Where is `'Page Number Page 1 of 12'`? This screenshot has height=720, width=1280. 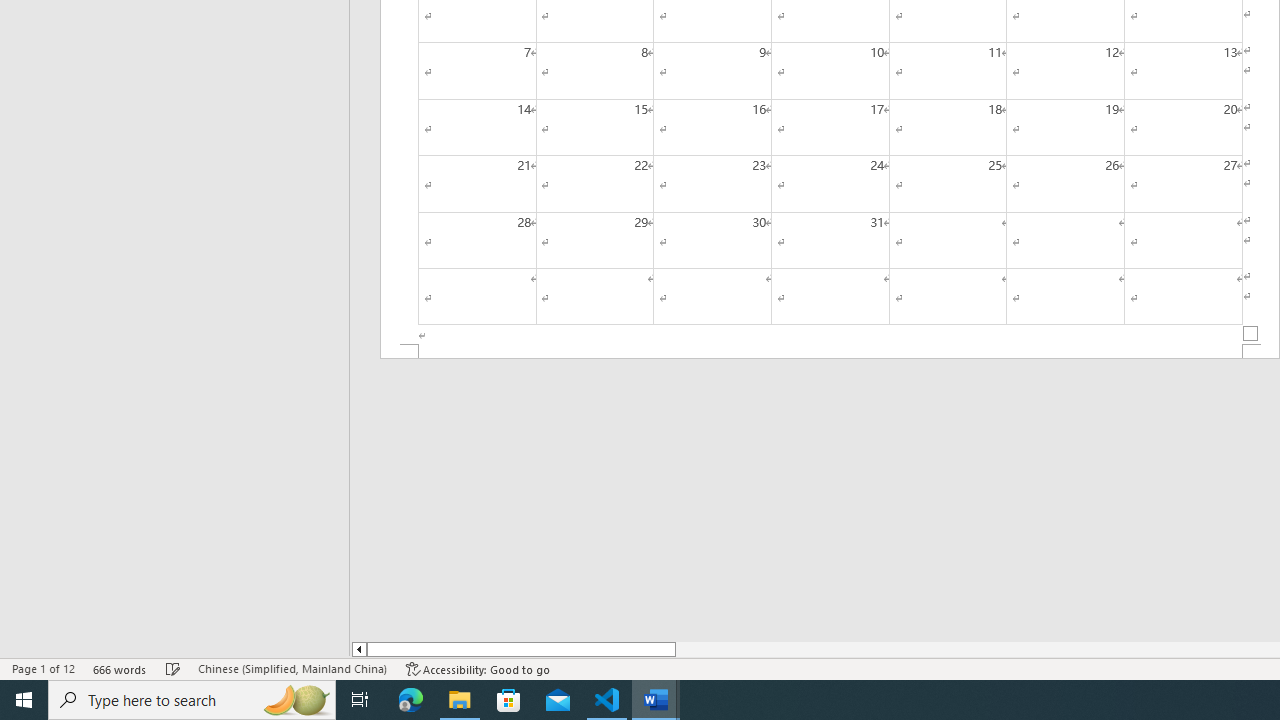
'Page Number Page 1 of 12' is located at coordinates (43, 669).